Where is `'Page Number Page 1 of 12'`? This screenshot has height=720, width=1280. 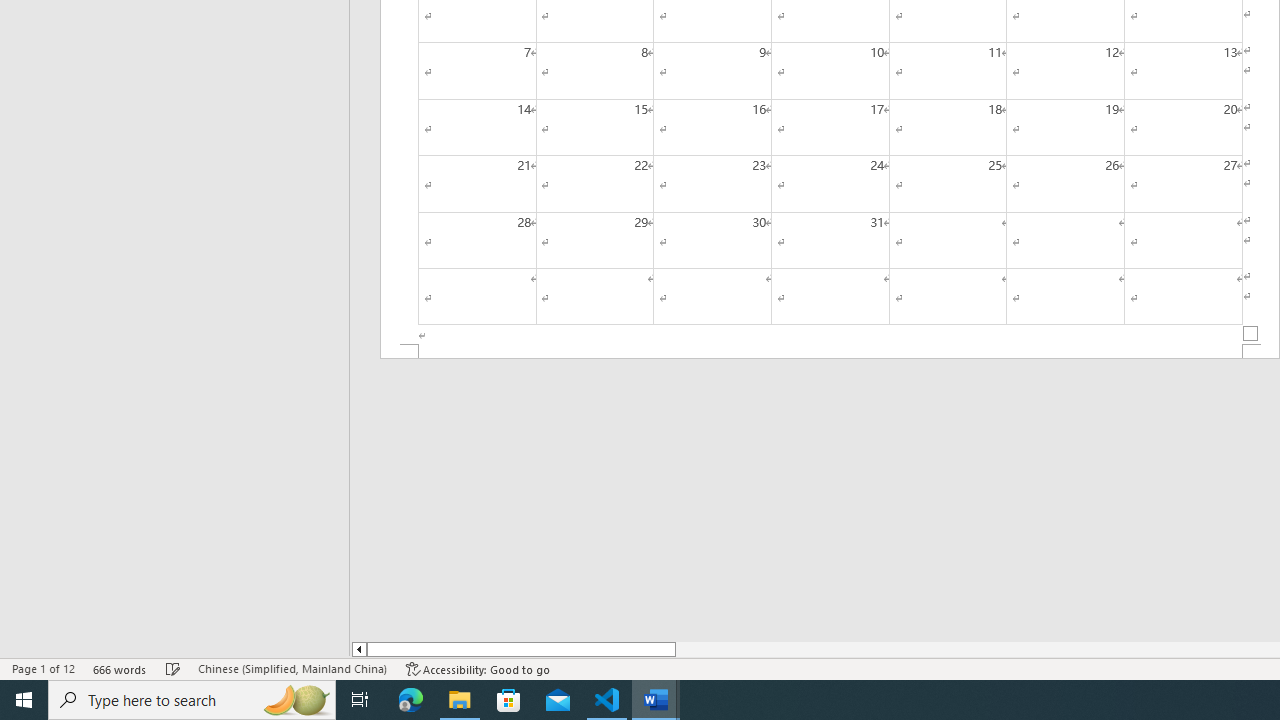
'Page Number Page 1 of 12' is located at coordinates (43, 669).